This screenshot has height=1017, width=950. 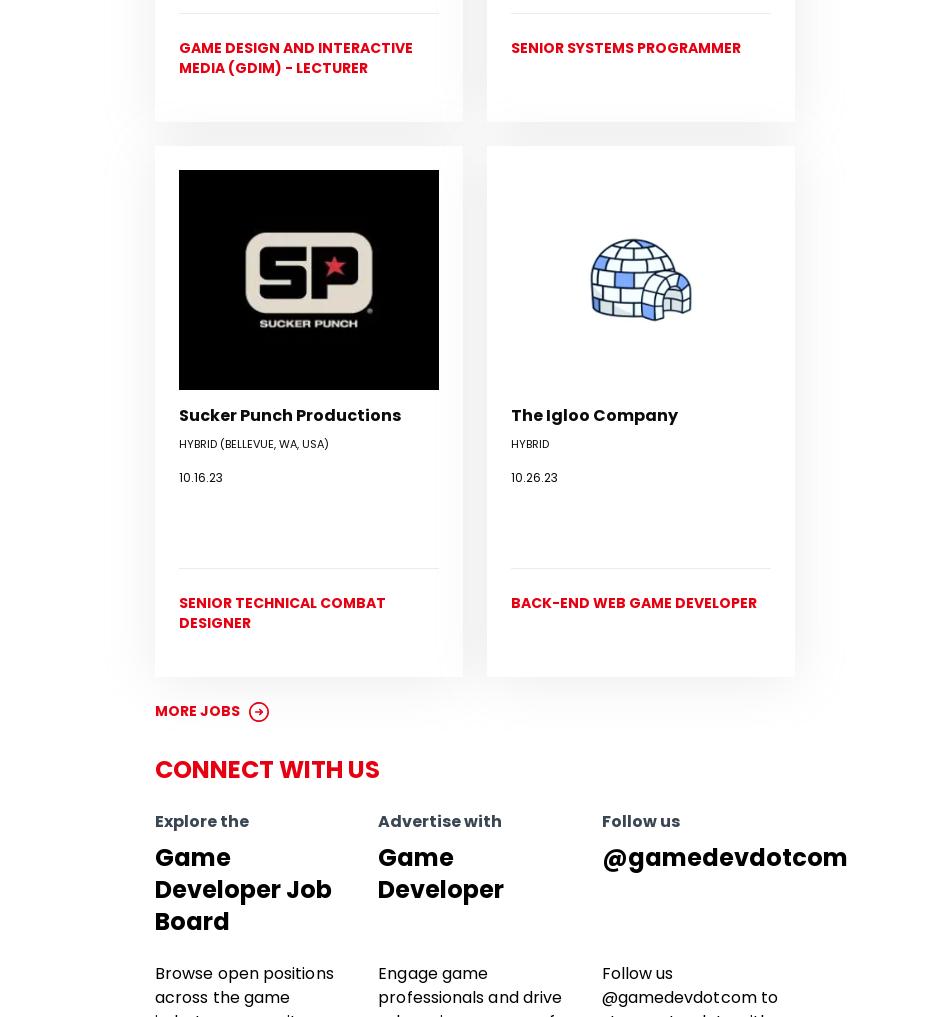 I want to click on 'Senior Technical Combat Designer', so click(x=178, y=611).